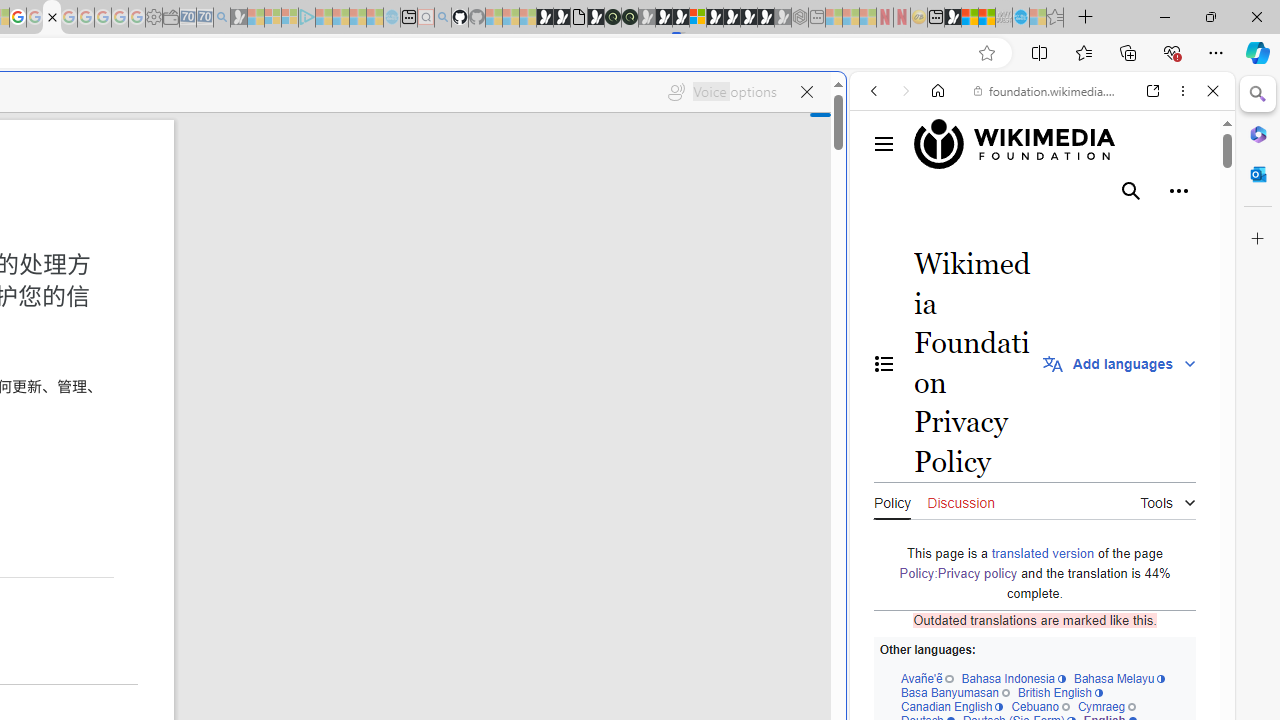  Describe the element at coordinates (1045, 91) in the screenshot. I see `'foundation.wikimedia.org'` at that location.